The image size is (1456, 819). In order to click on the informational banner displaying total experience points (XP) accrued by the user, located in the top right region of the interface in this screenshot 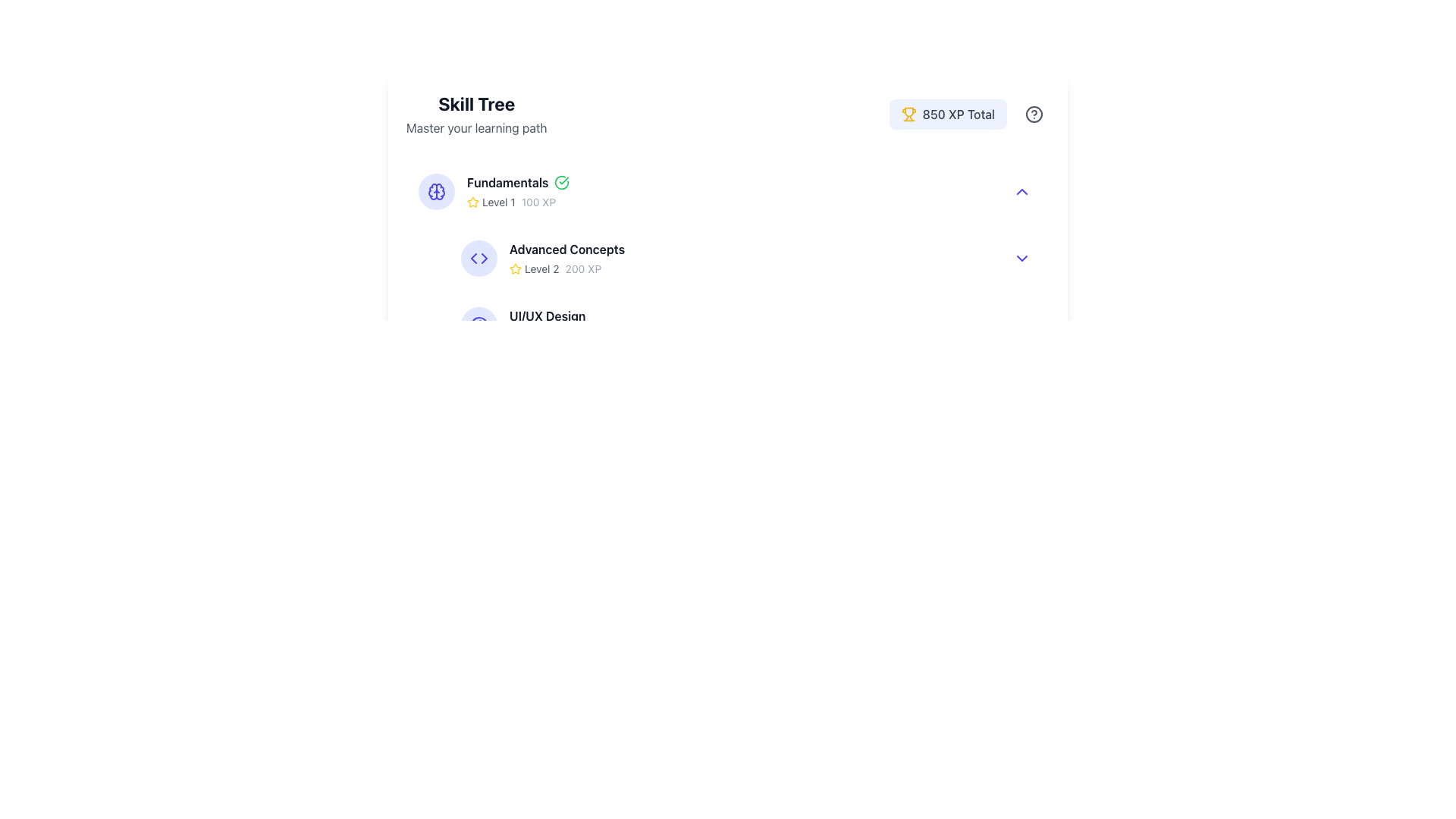, I will do `click(947, 113)`.